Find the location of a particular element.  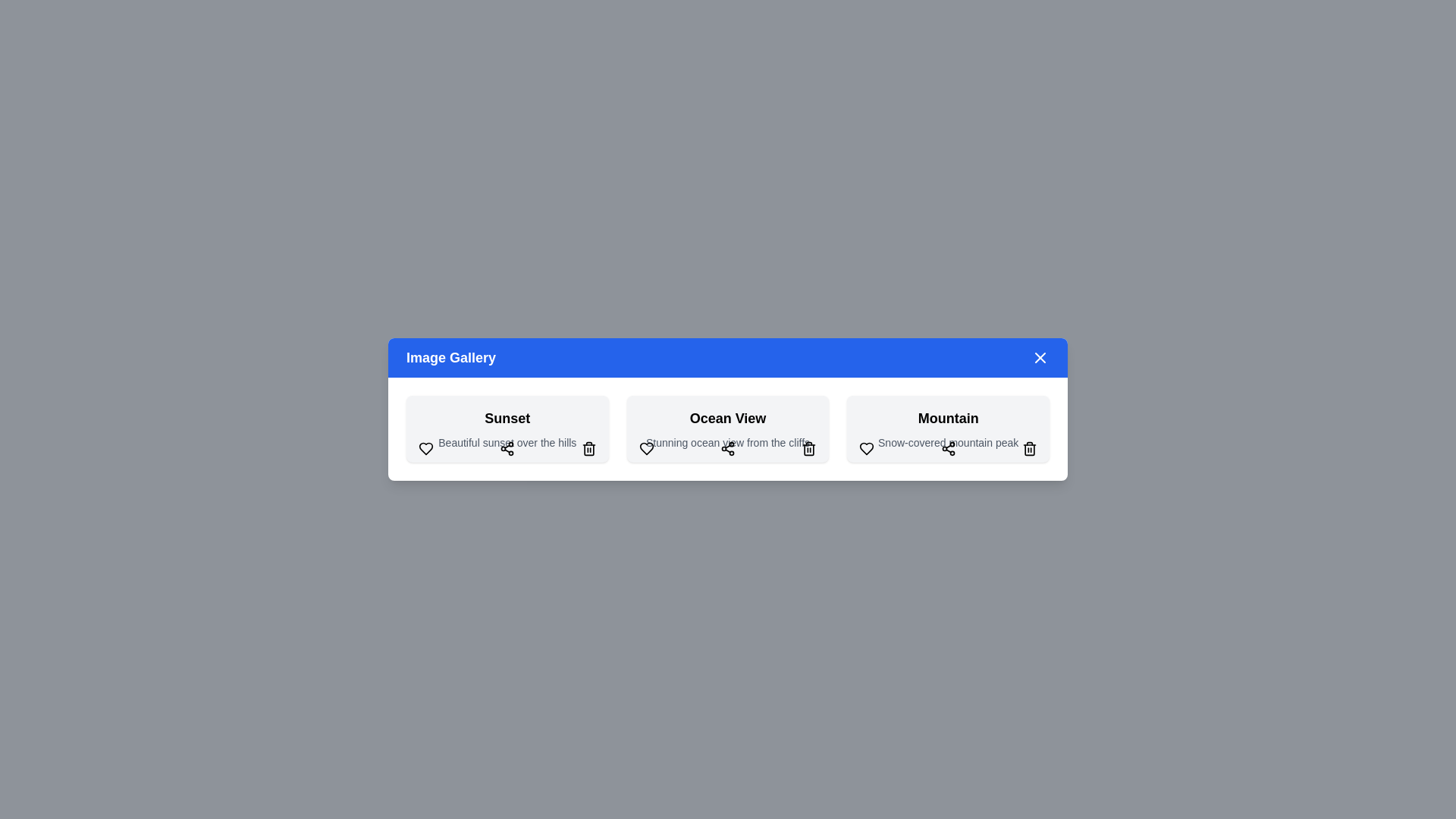

heart button for the image titled 'Ocean View' to like it is located at coordinates (645, 447).